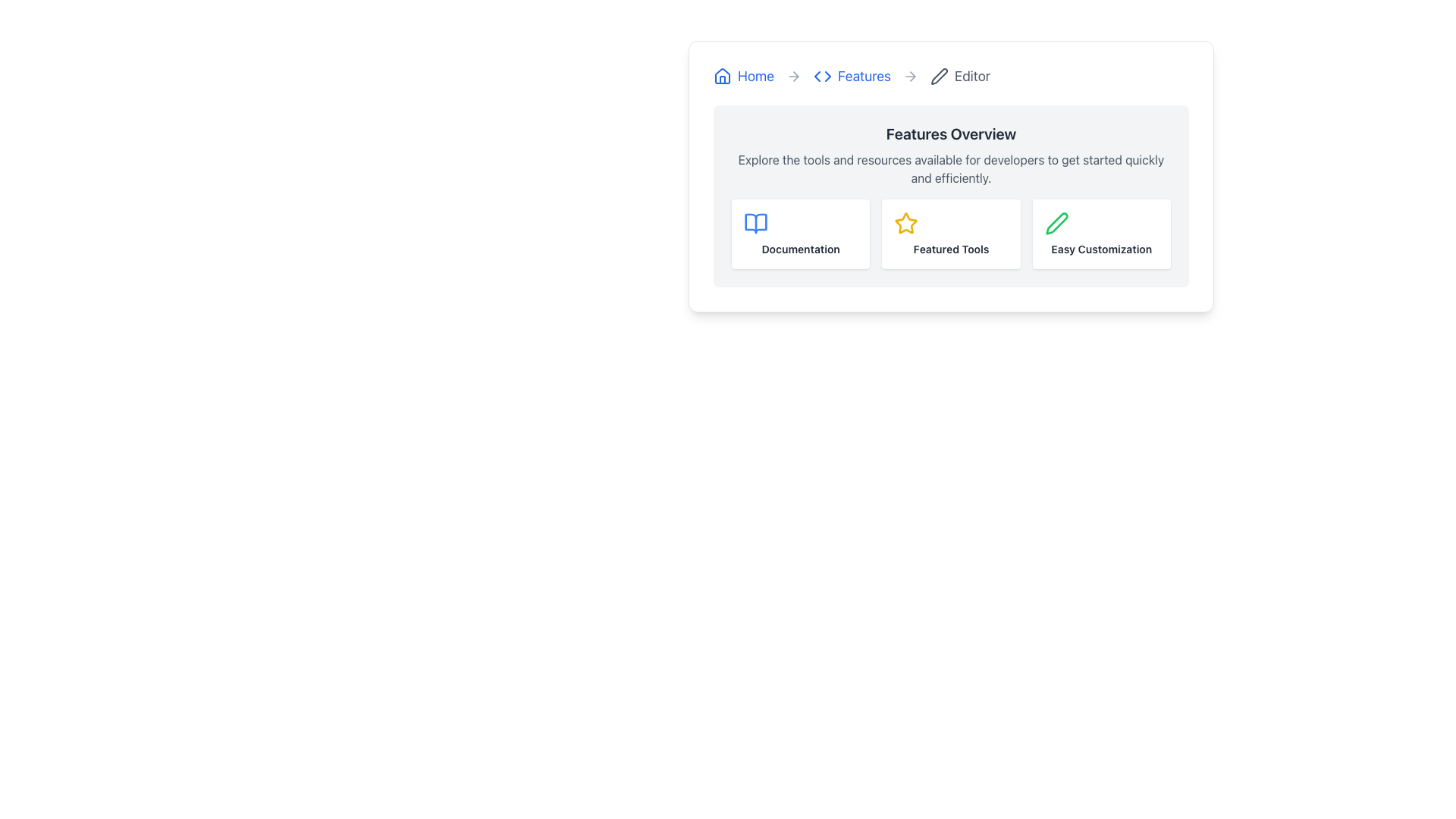  Describe the element at coordinates (792, 76) in the screenshot. I see `the breadcrumb navigation arrow icon located between 'Home' and 'Features'` at that location.